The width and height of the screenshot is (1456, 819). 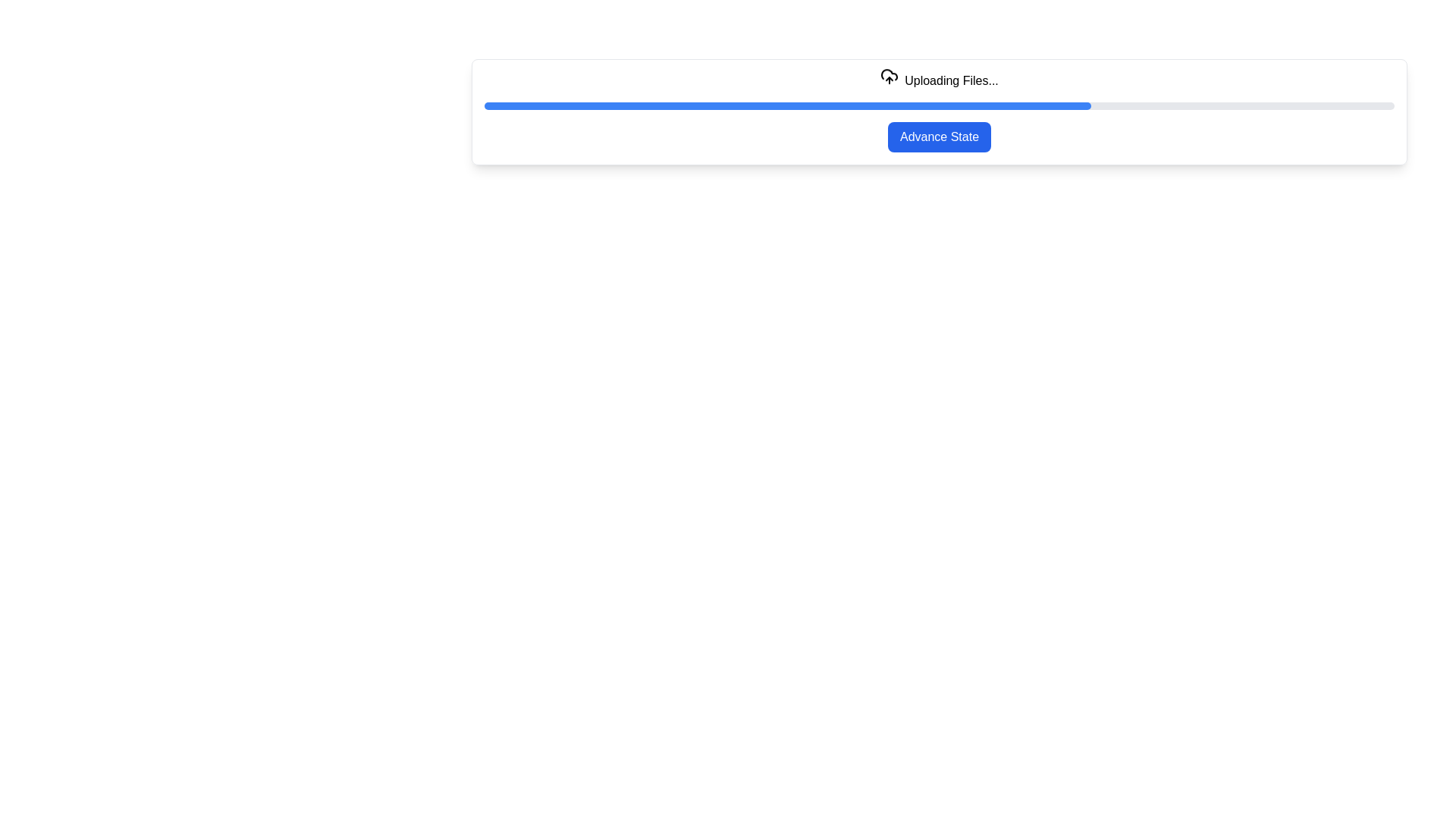 What do you see at coordinates (938, 105) in the screenshot?
I see `the progress bar that visually represents the progress of a file upload task, located beneath the 'Uploading Files...' text and above the 'Advance State' button` at bounding box center [938, 105].